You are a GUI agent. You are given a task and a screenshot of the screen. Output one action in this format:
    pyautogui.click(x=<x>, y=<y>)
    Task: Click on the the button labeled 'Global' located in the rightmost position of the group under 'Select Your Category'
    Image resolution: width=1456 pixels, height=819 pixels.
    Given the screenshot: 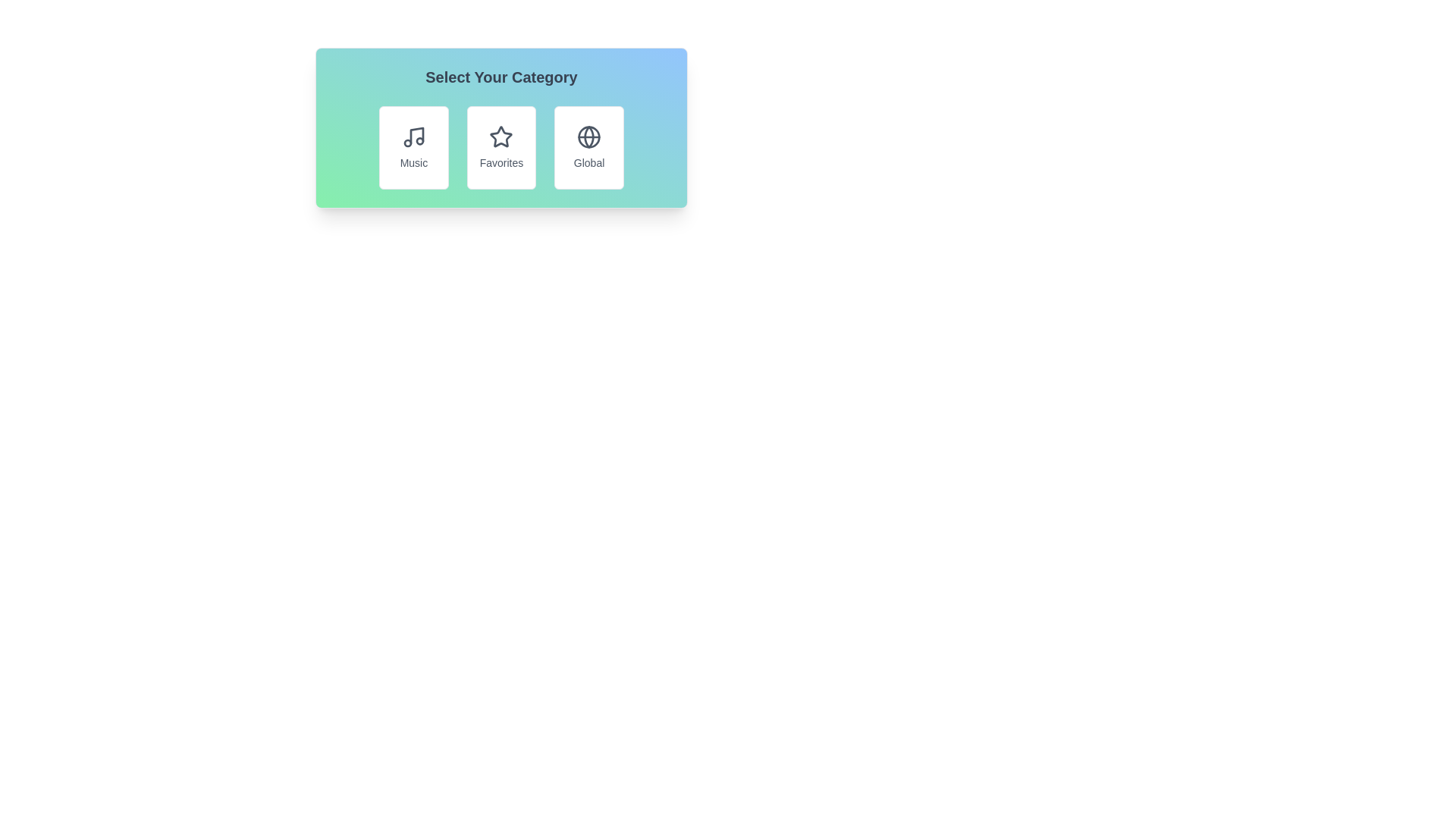 What is the action you would take?
    pyautogui.click(x=588, y=148)
    